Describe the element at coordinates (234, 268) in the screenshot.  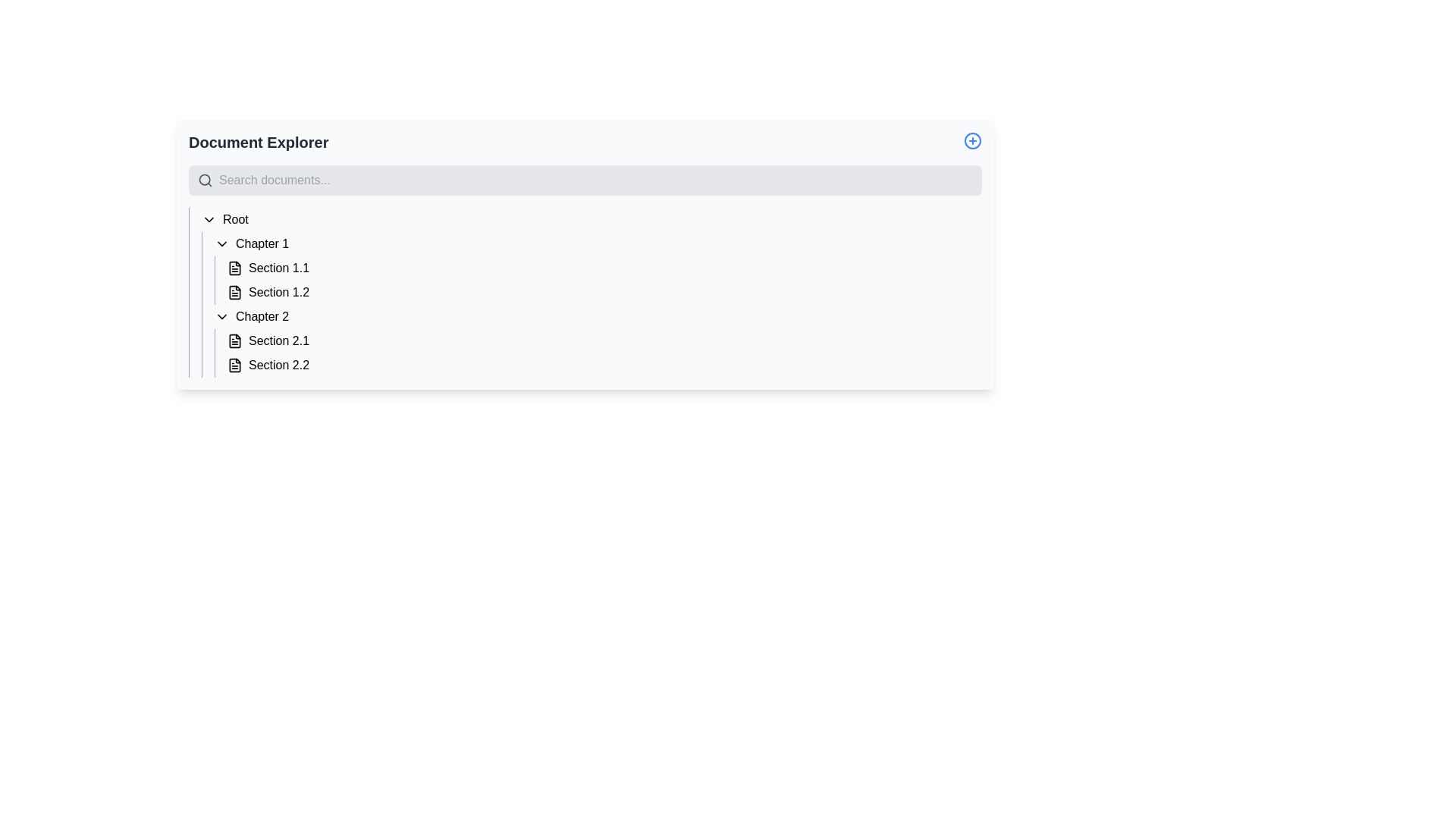
I see `the icon representing the file or document for the 'Section 1.1' item` at that location.